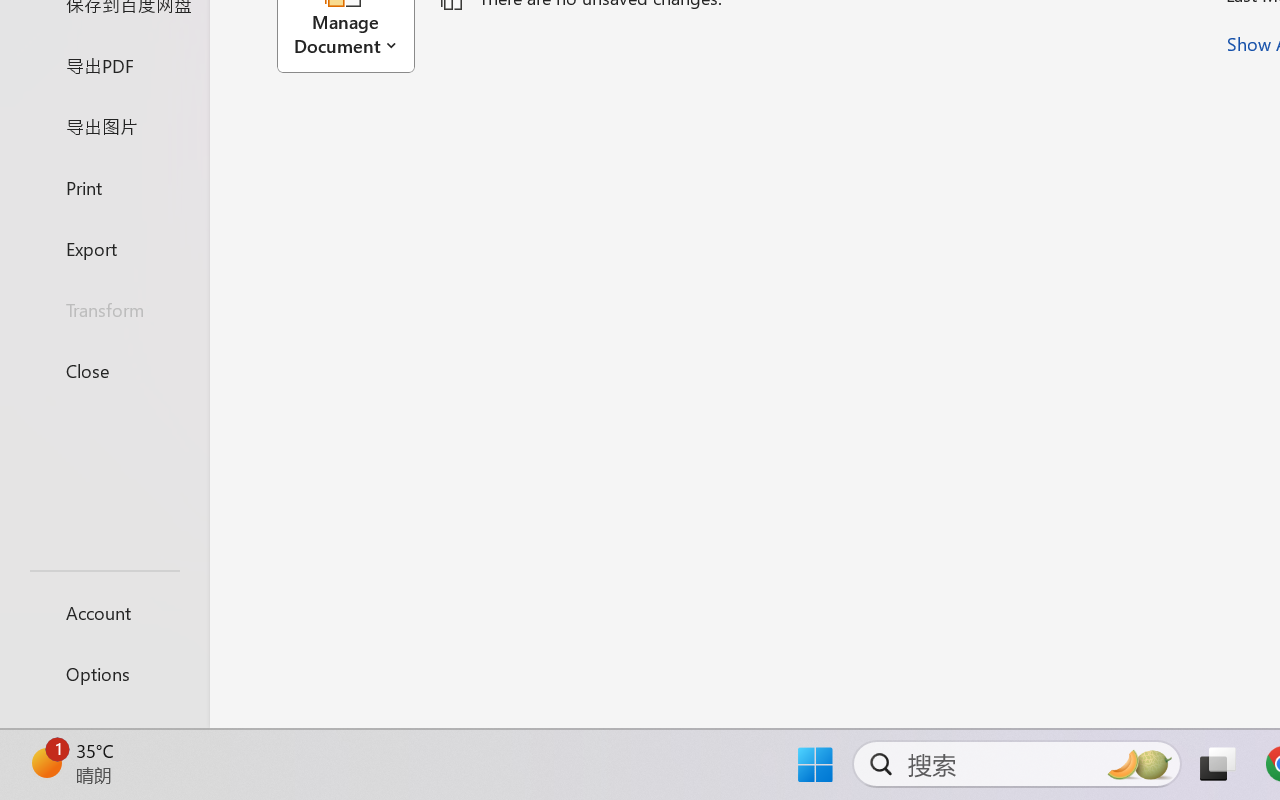 The image size is (1280, 800). What do you see at coordinates (103, 612) in the screenshot?
I see `'Account'` at bounding box center [103, 612].